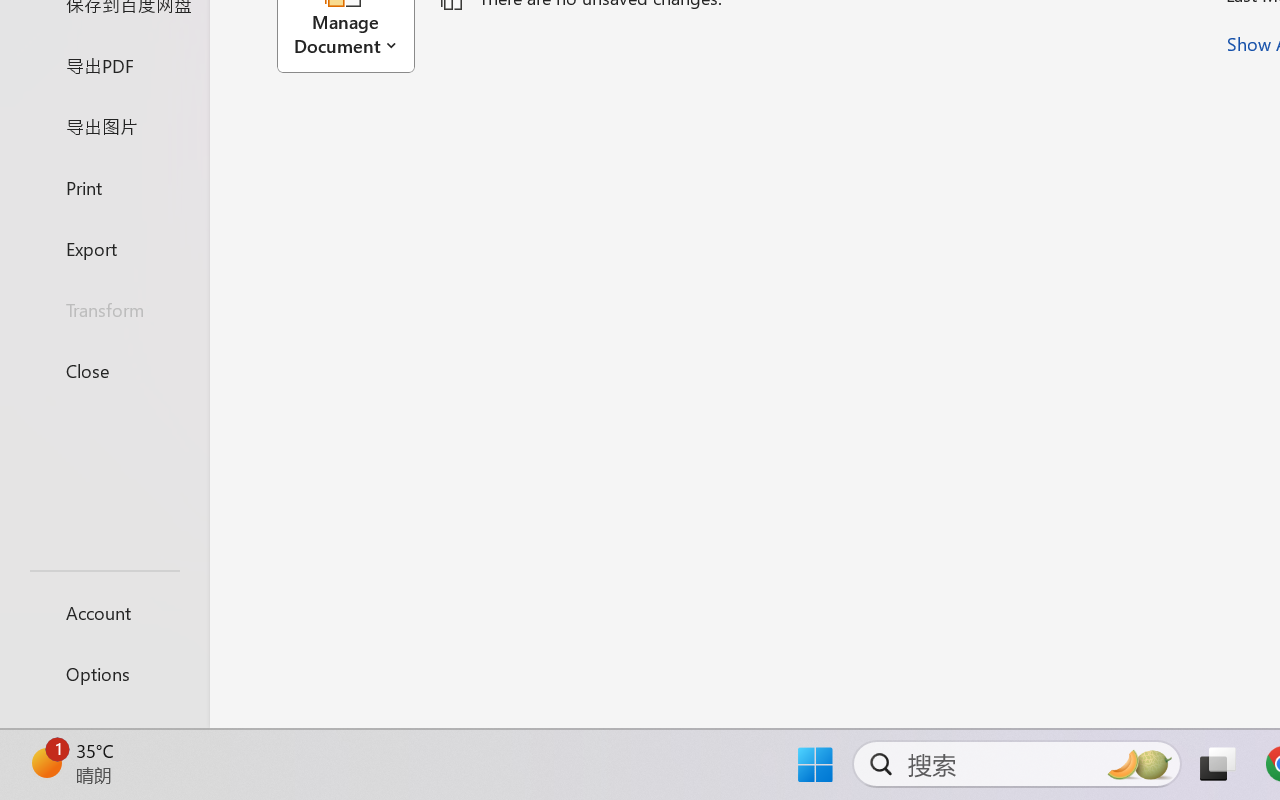 The image size is (1280, 800). What do you see at coordinates (103, 612) in the screenshot?
I see `'Account'` at bounding box center [103, 612].